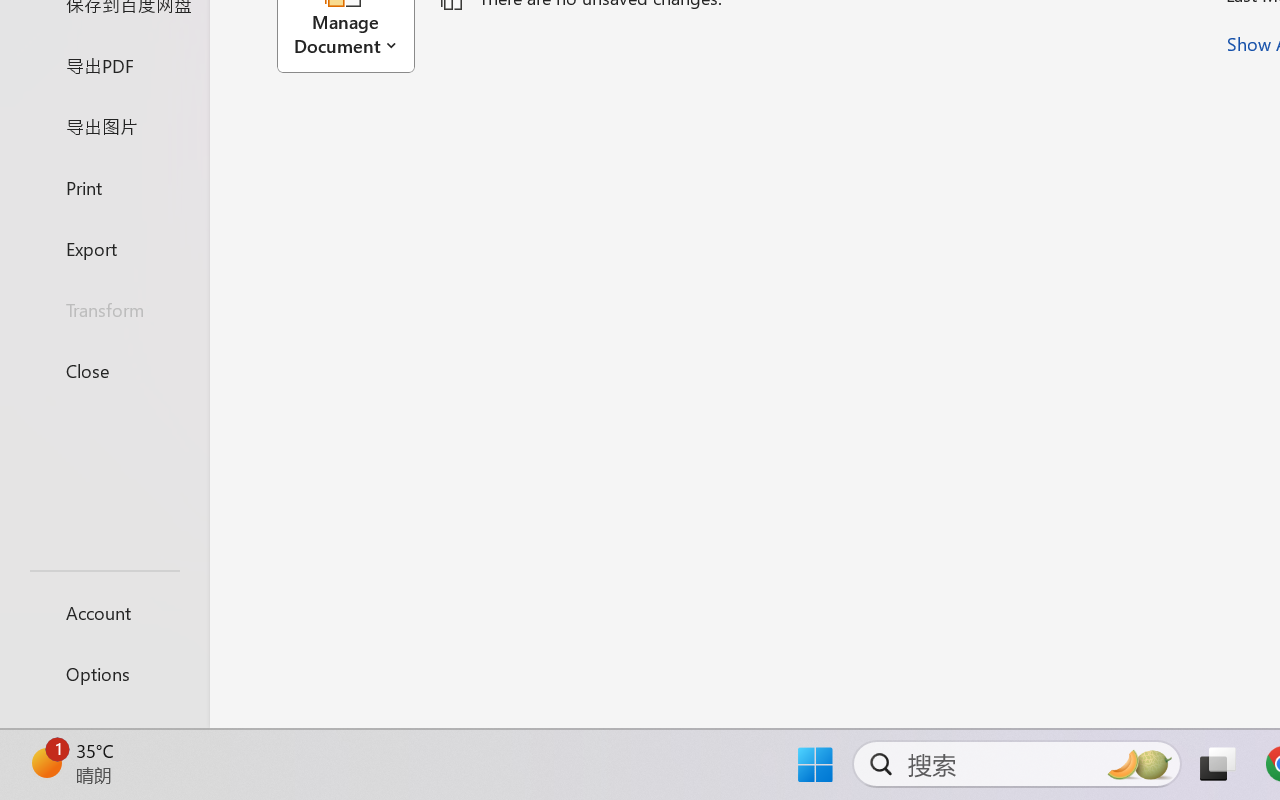 The image size is (1280, 800). What do you see at coordinates (103, 612) in the screenshot?
I see `'Account'` at bounding box center [103, 612].